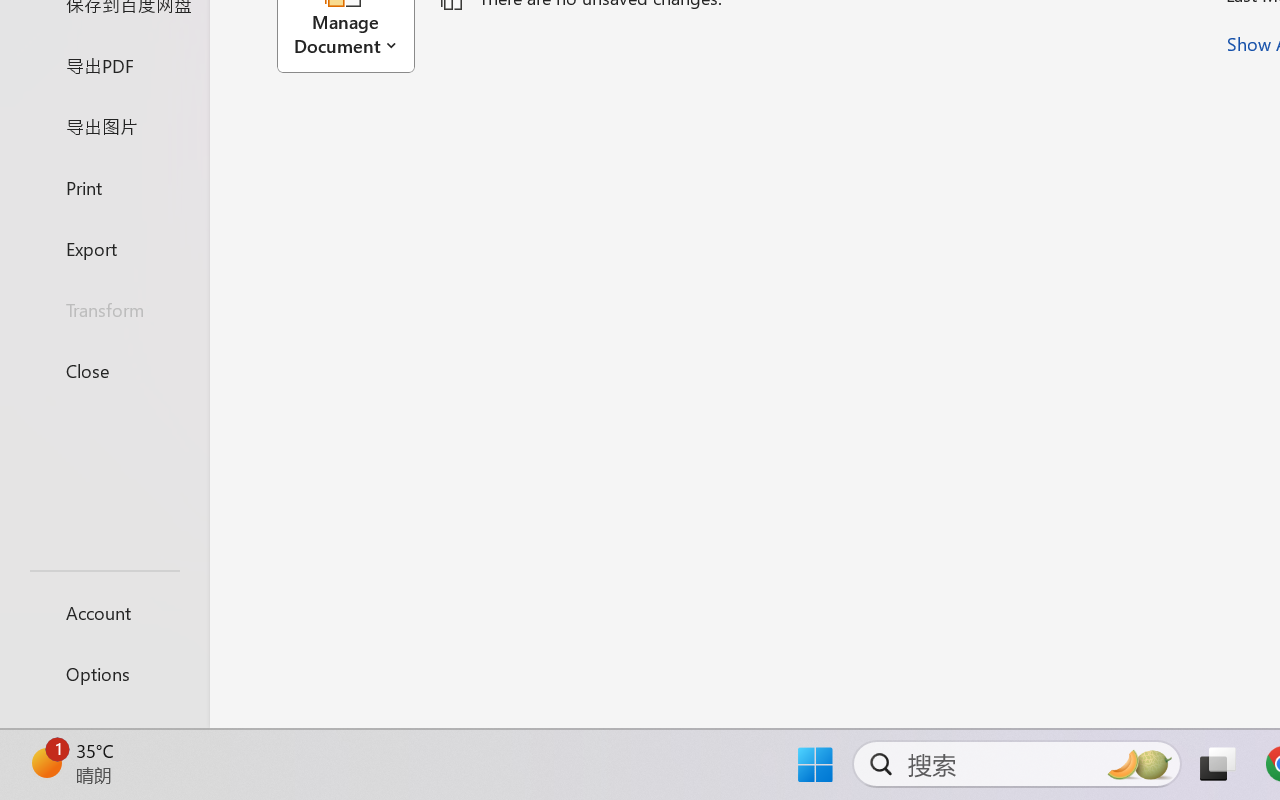 The image size is (1280, 800). What do you see at coordinates (103, 612) in the screenshot?
I see `'Account'` at bounding box center [103, 612].